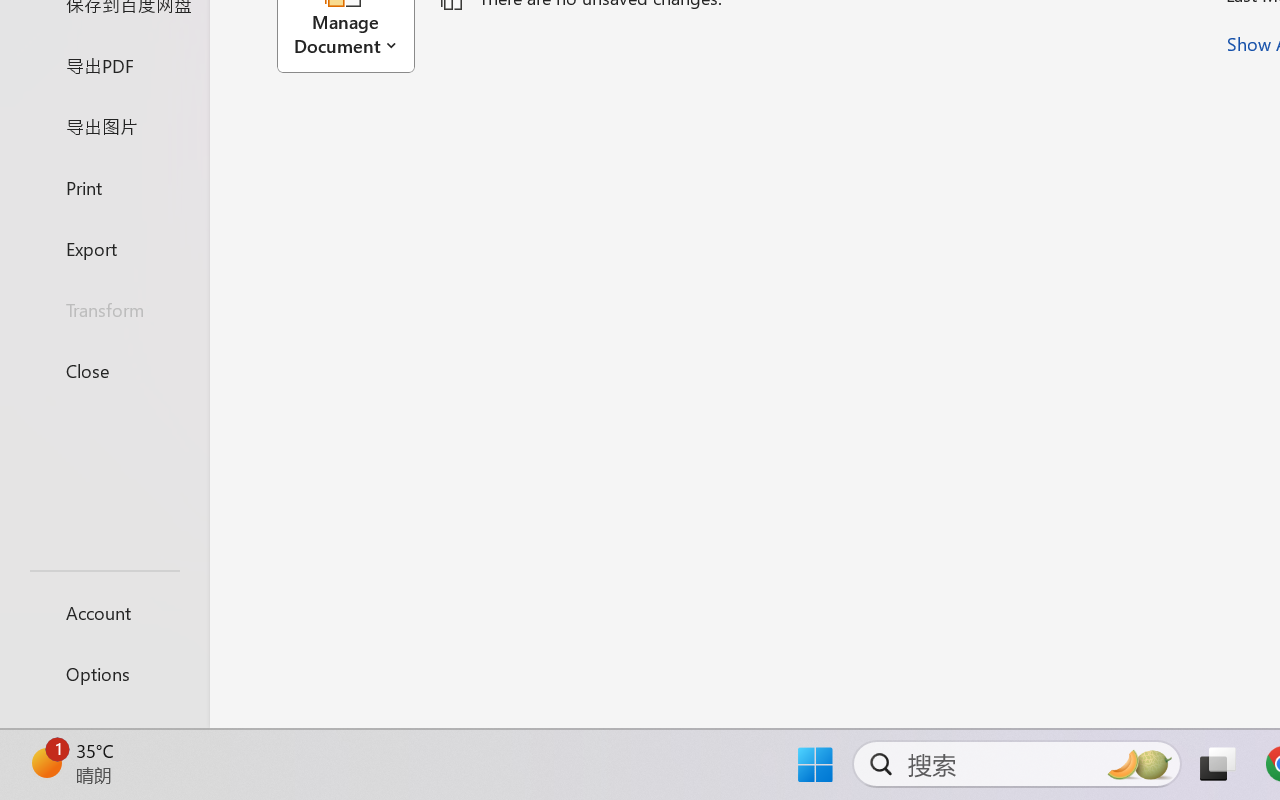 The image size is (1280, 800). What do you see at coordinates (103, 612) in the screenshot?
I see `'Account'` at bounding box center [103, 612].